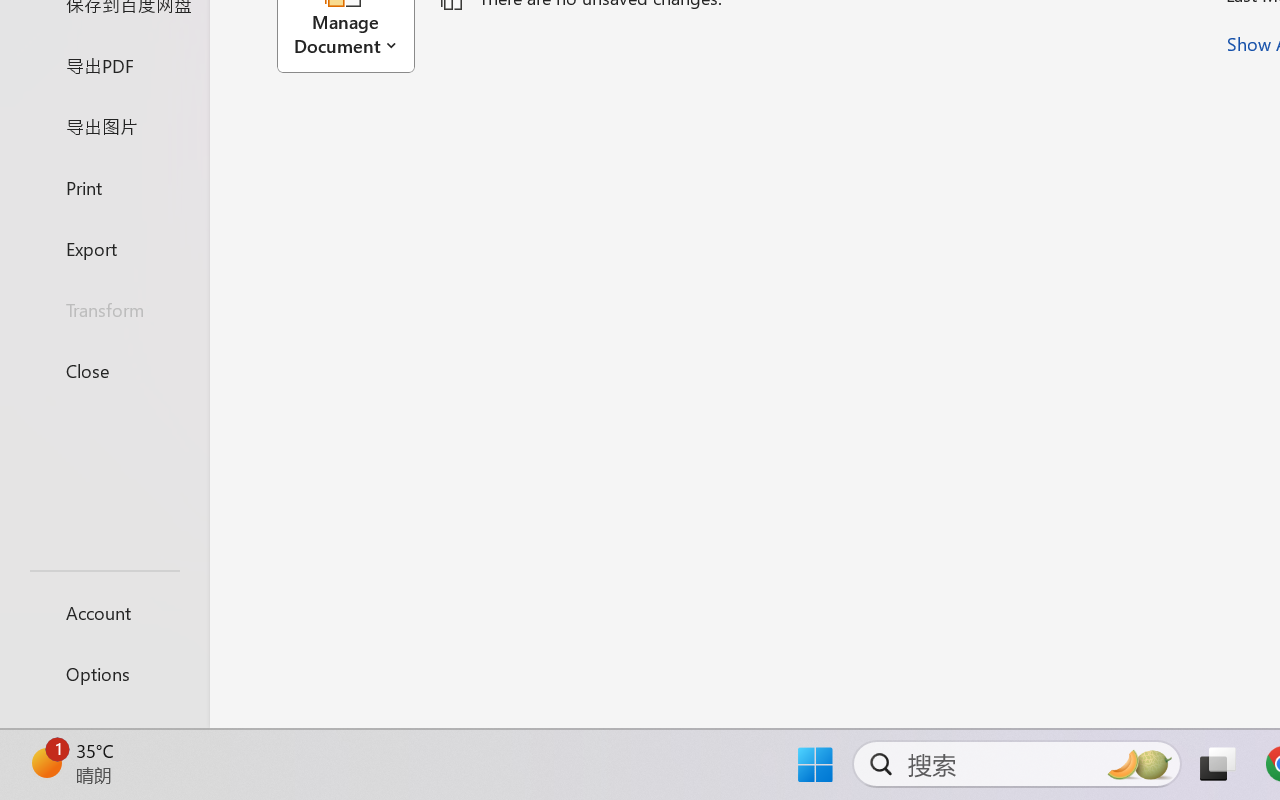 The image size is (1280, 800). What do you see at coordinates (103, 612) in the screenshot?
I see `'Account'` at bounding box center [103, 612].